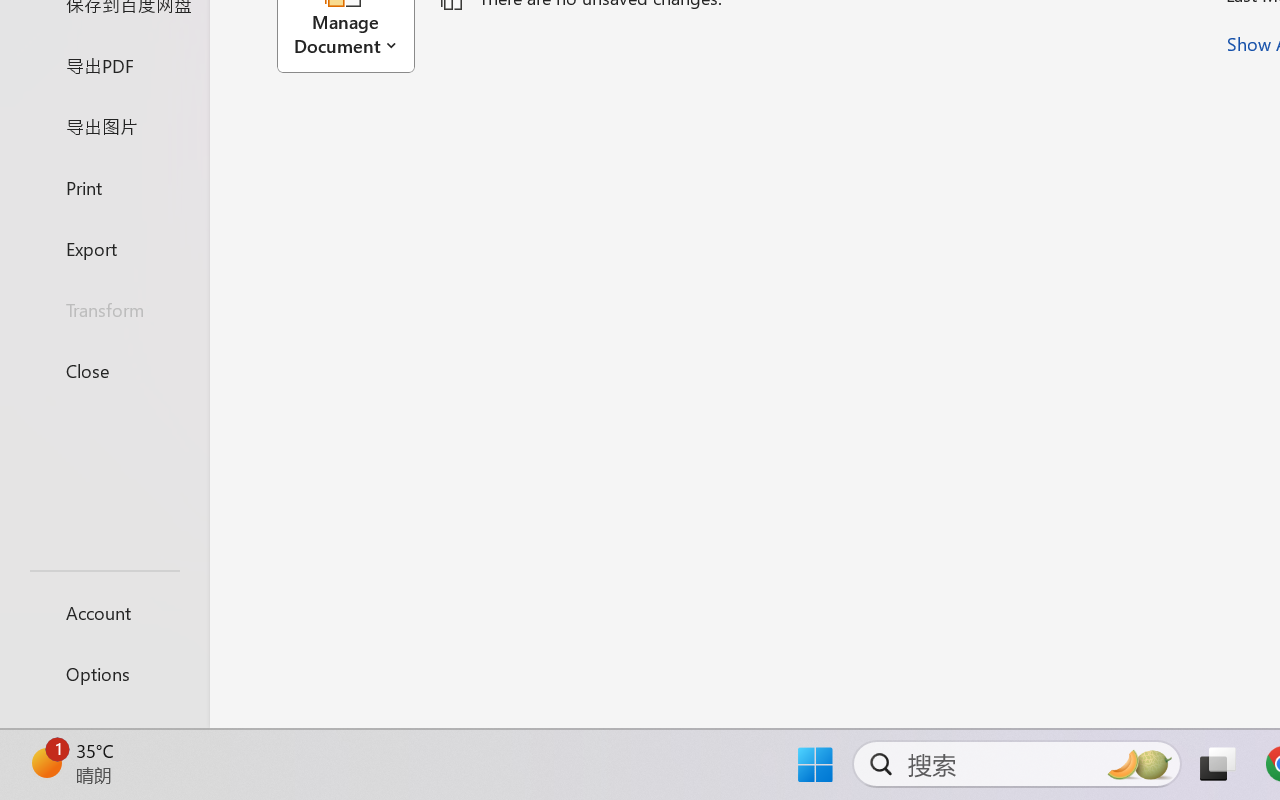 The image size is (1280, 800). What do you see at coordinates (103, 612) in the screenshot?
I see `'Account'` at bounding box center [103, 612].